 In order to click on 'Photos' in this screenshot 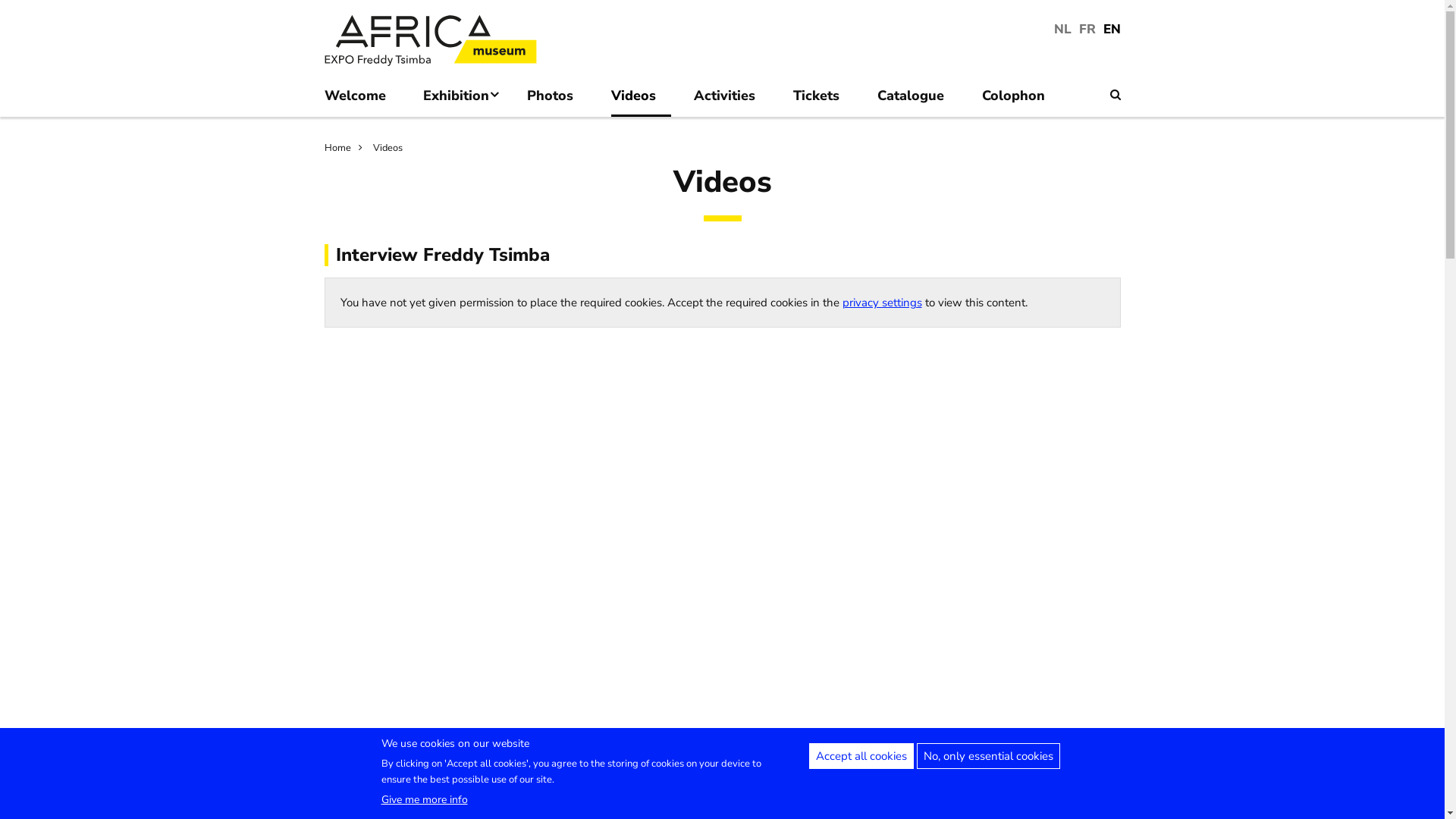, I will do `click(557, 99)`.